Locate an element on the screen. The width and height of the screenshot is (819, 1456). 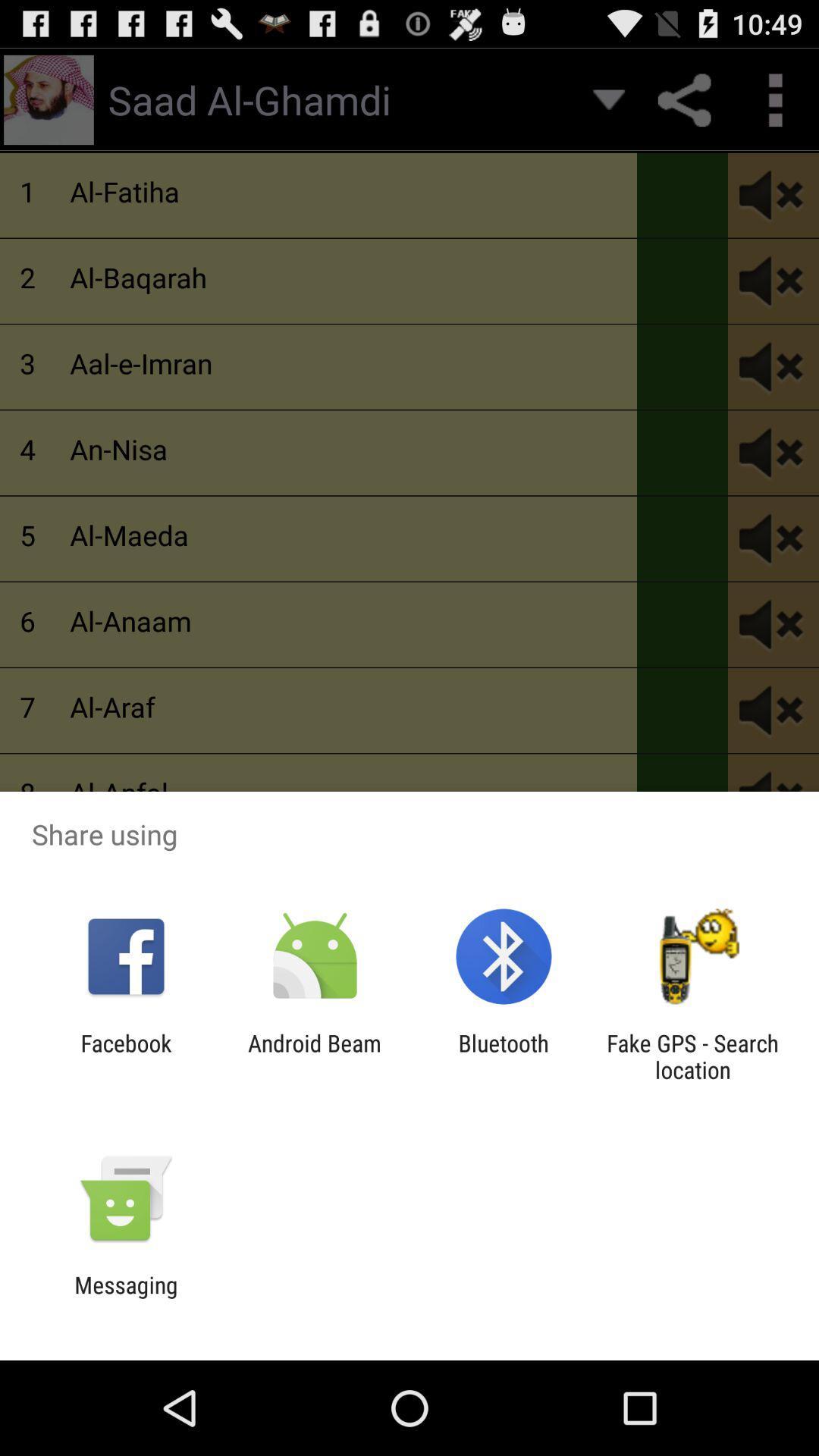
app to the left of bluetooth is located at coordinates (314, 1056).